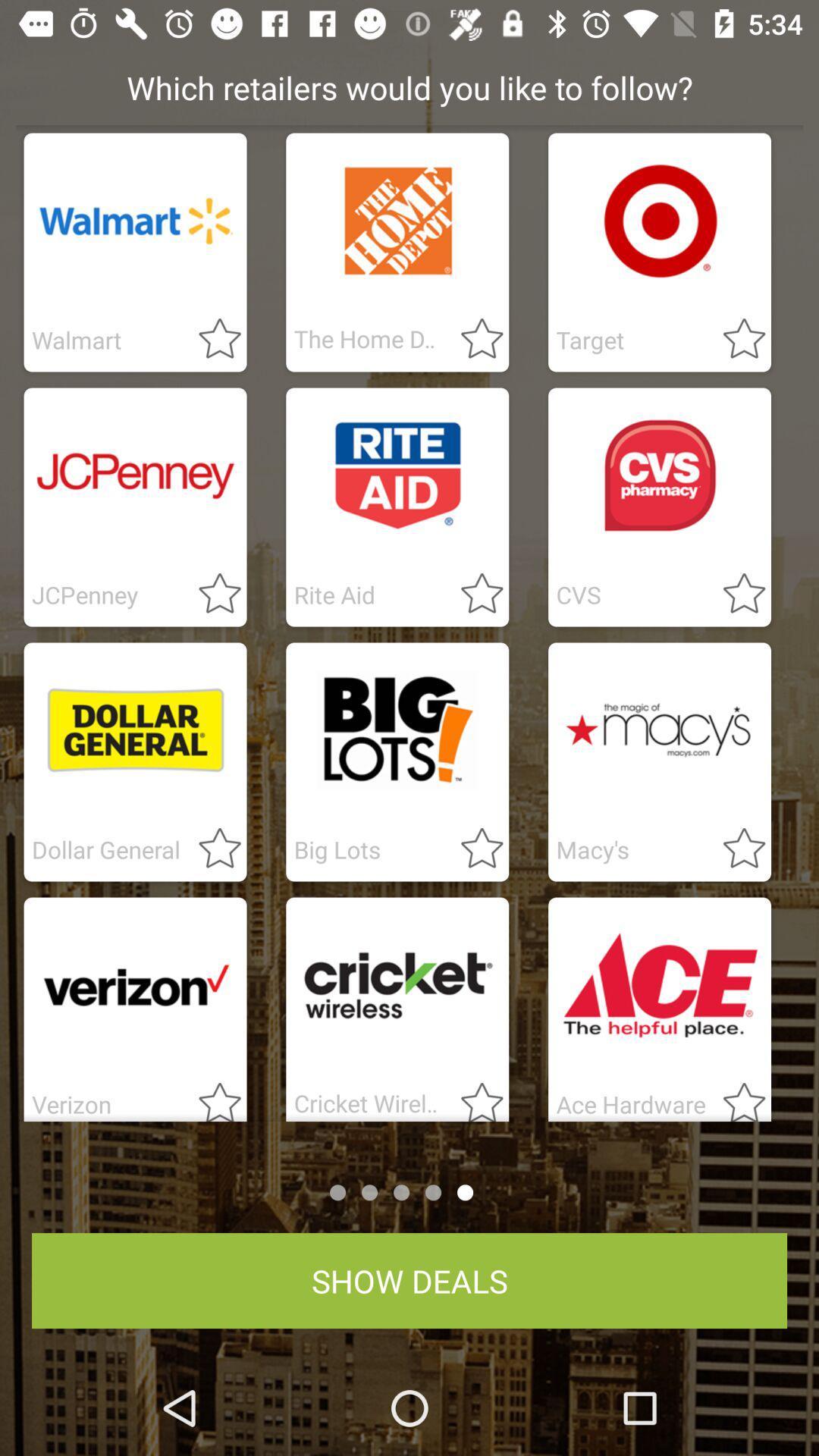  Describe the element at coordinates (734, 849) in the screenshot. I see `to favorite` at that location.